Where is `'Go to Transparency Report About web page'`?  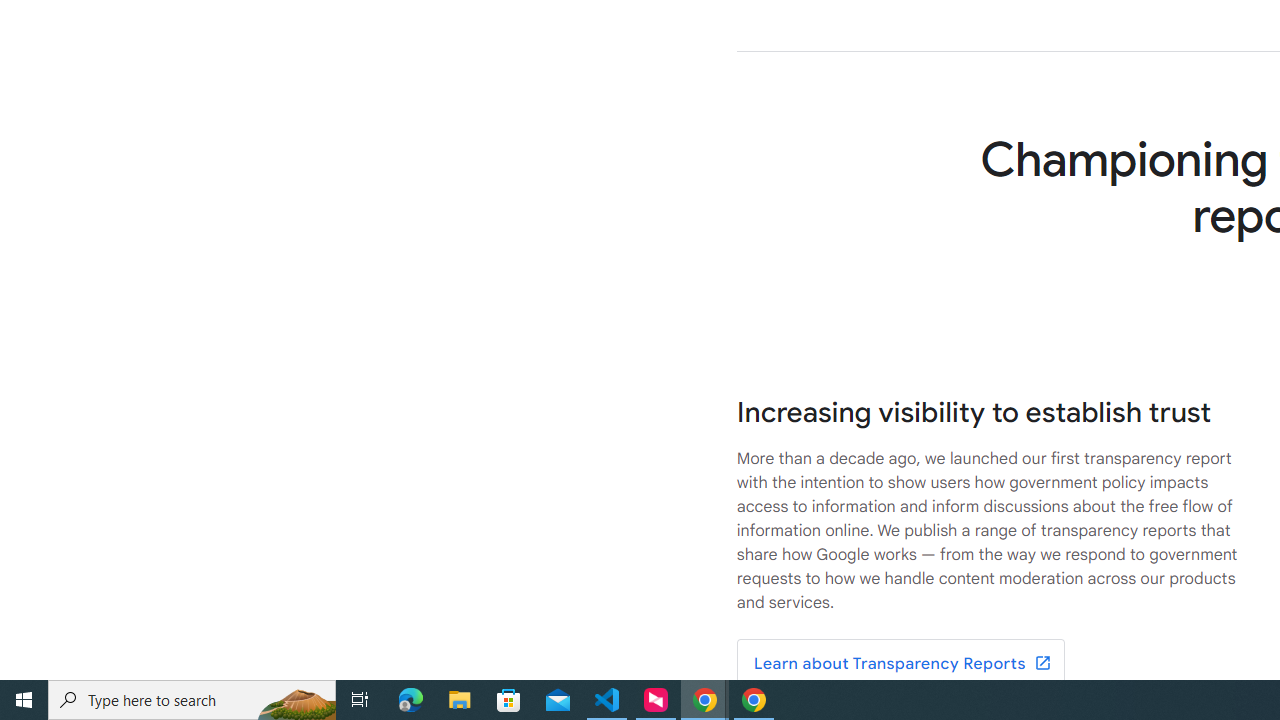 'Go to Transparency Report About web page' is located at coordinates (899, 664).